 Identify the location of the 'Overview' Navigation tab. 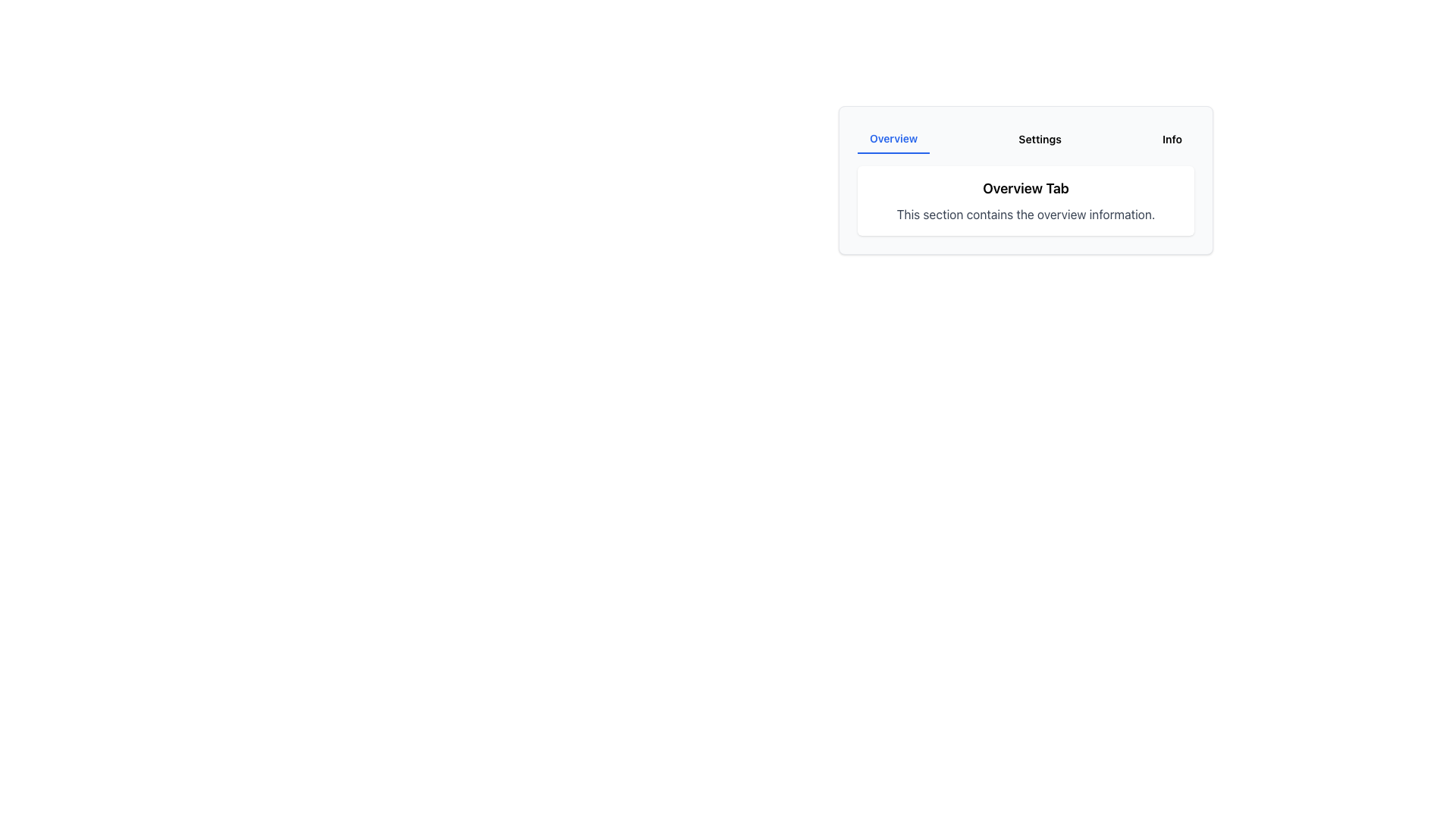
(893, 140).